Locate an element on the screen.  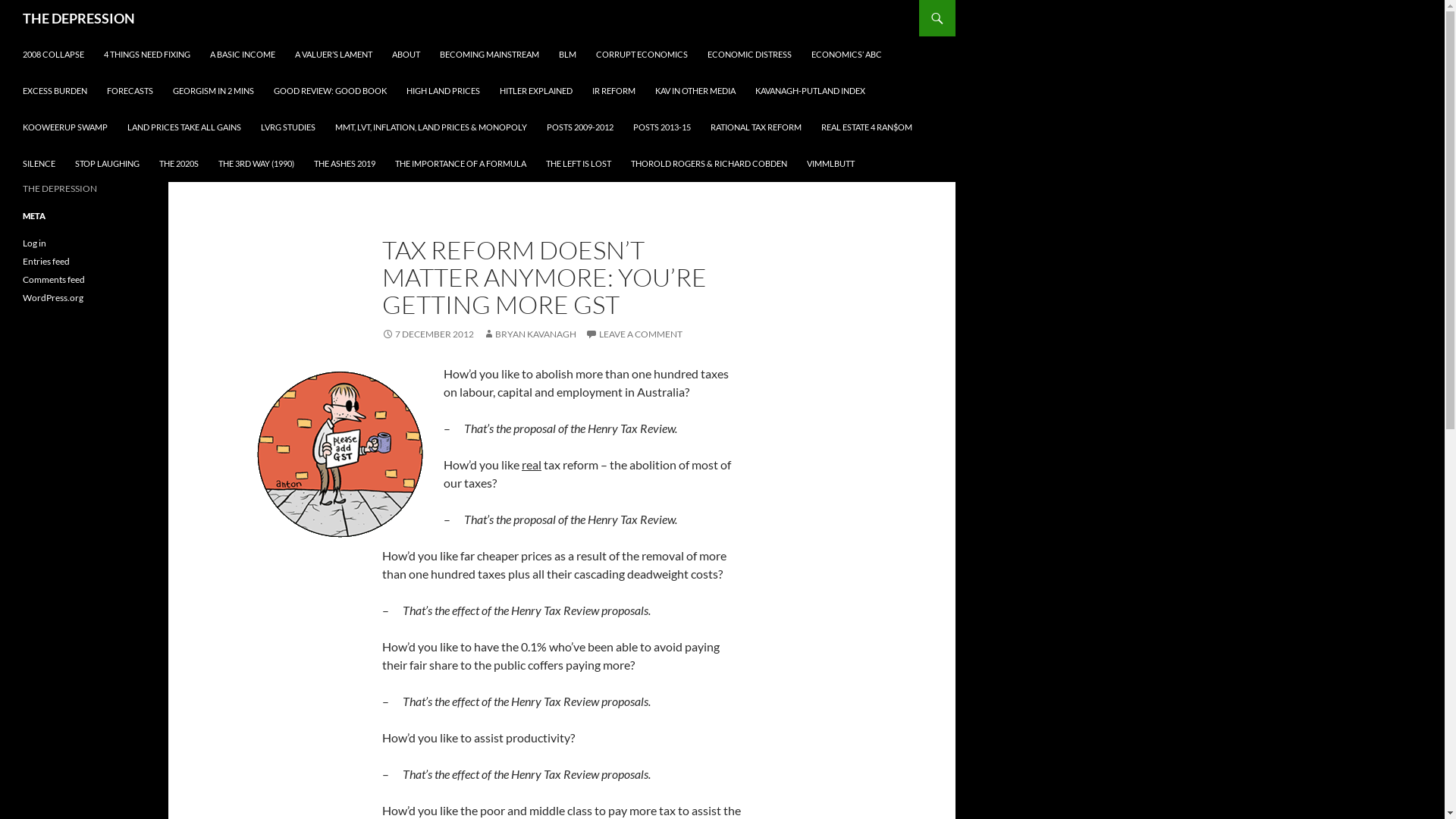
'BRYAN KAVANAGH' is located at coordinates (529, 333).